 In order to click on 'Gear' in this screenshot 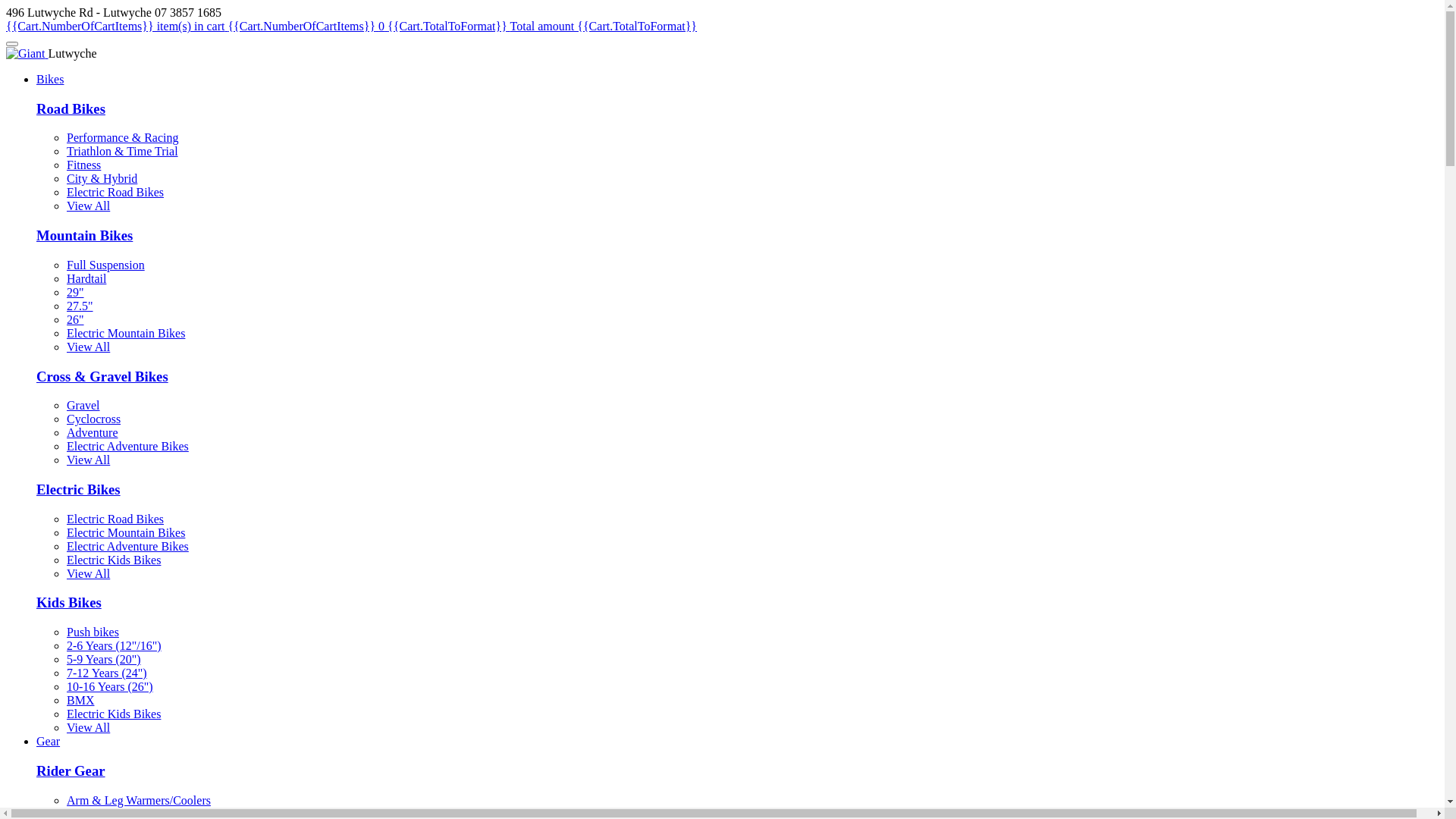, I will do `click(36, 740)`.